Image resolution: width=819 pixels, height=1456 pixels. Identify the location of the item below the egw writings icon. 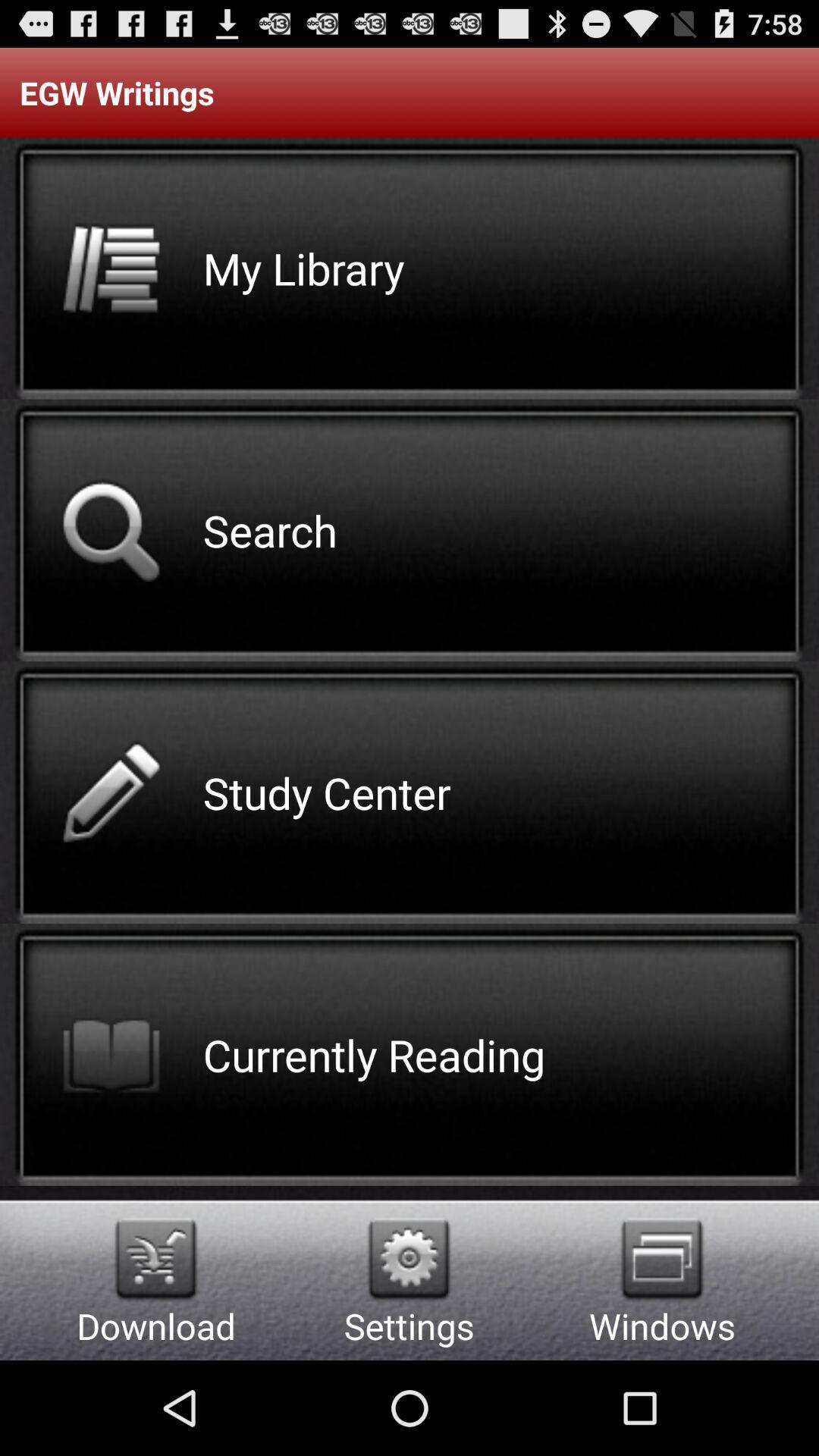
(661, 1259).